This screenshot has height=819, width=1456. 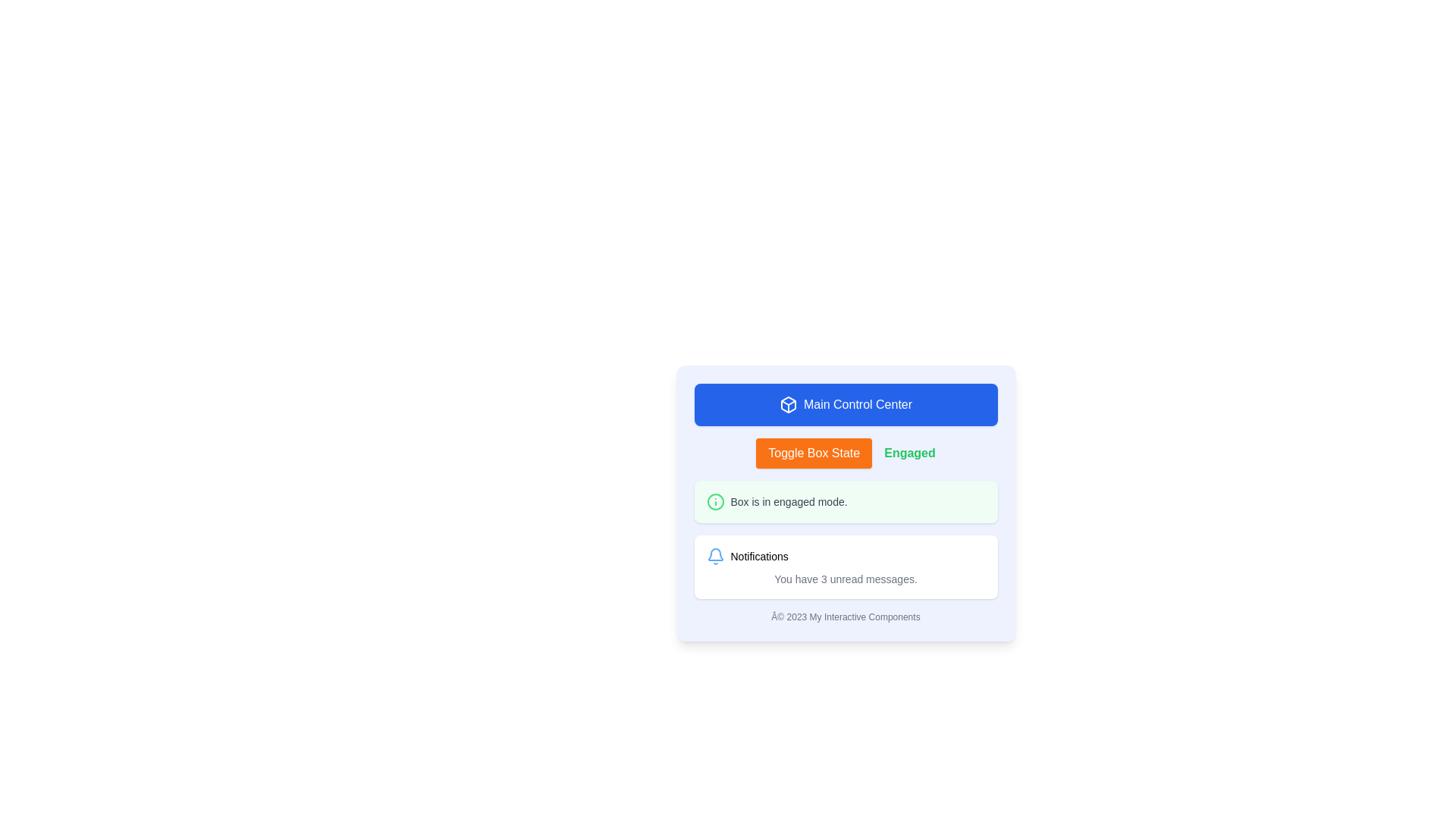 I want to click on the green circular outline within the SVG graphic, located to the left of the 'Box is in engaged mode.' text, to activate any interactive functionality it may have, so click(x=714, y=502).